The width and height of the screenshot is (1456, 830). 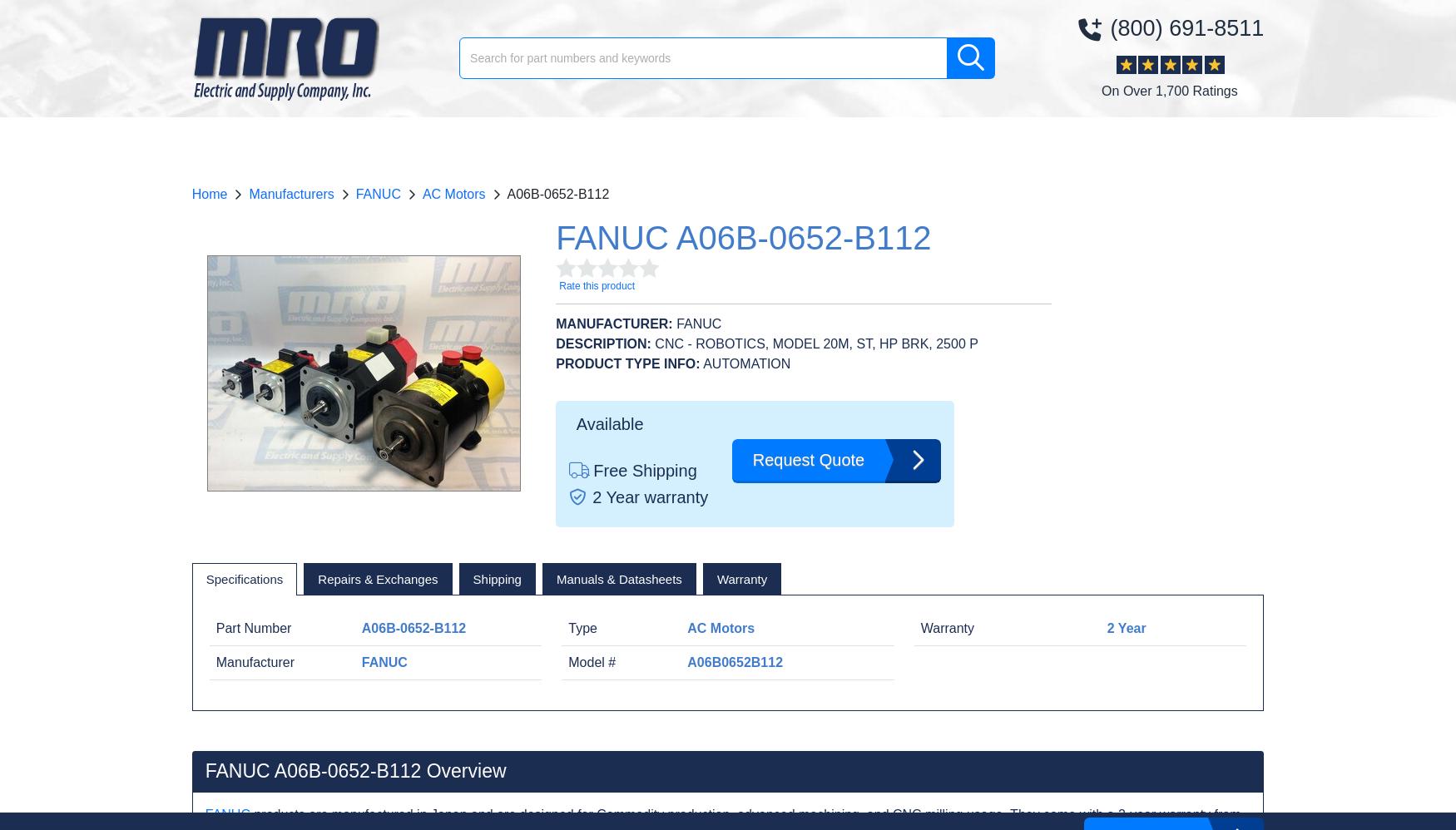 What do you see at coordinates (649, 273) in the screenshot?
I see `'1700'` at bounding box center [649, 273].